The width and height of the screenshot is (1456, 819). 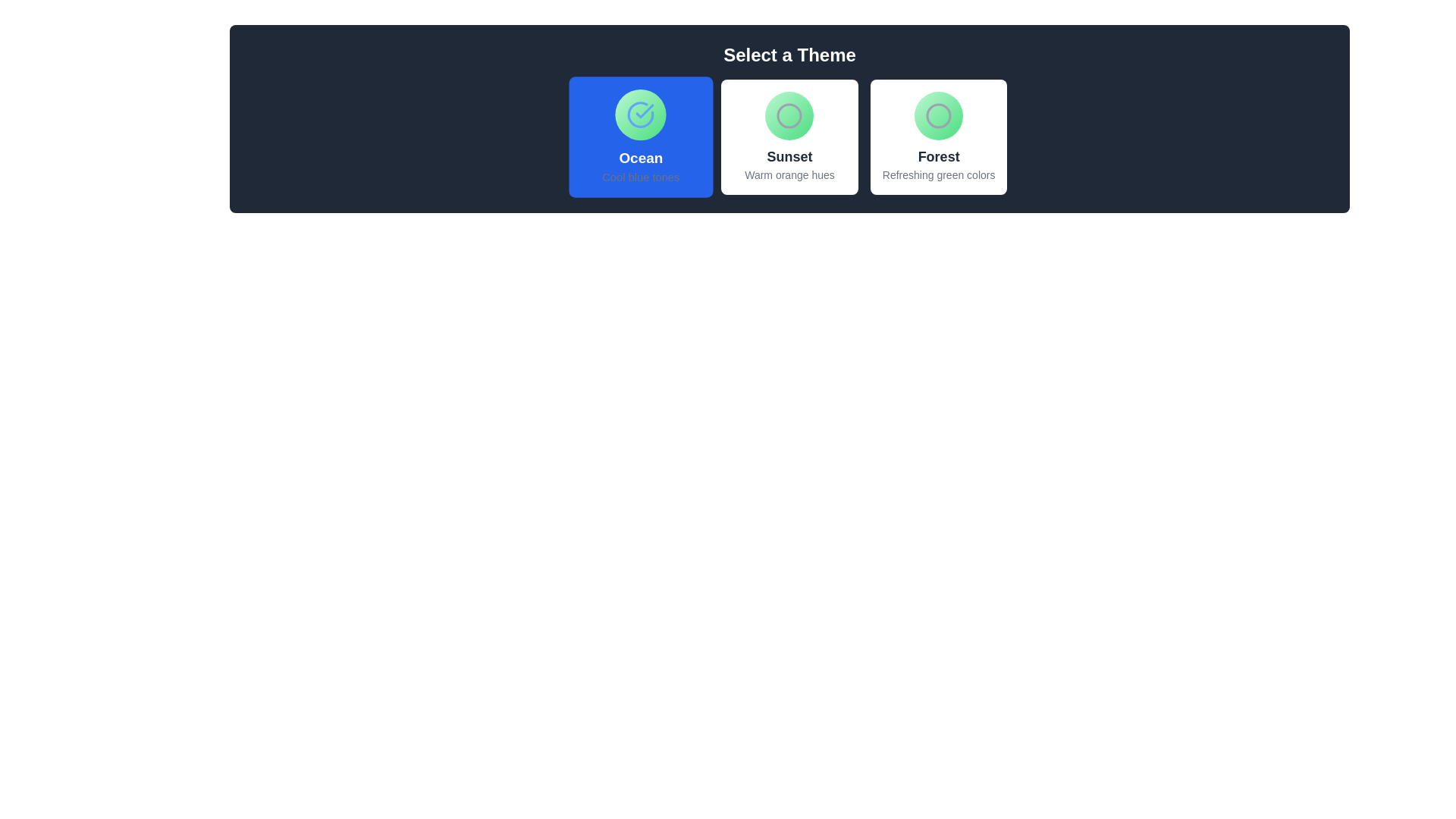 What do you see at coordinates (789, 115) in the screenshot?
I see `the decorative circle with a gray border centered in the 'Sunset' theme selection card` at bounding box center [789, 115].